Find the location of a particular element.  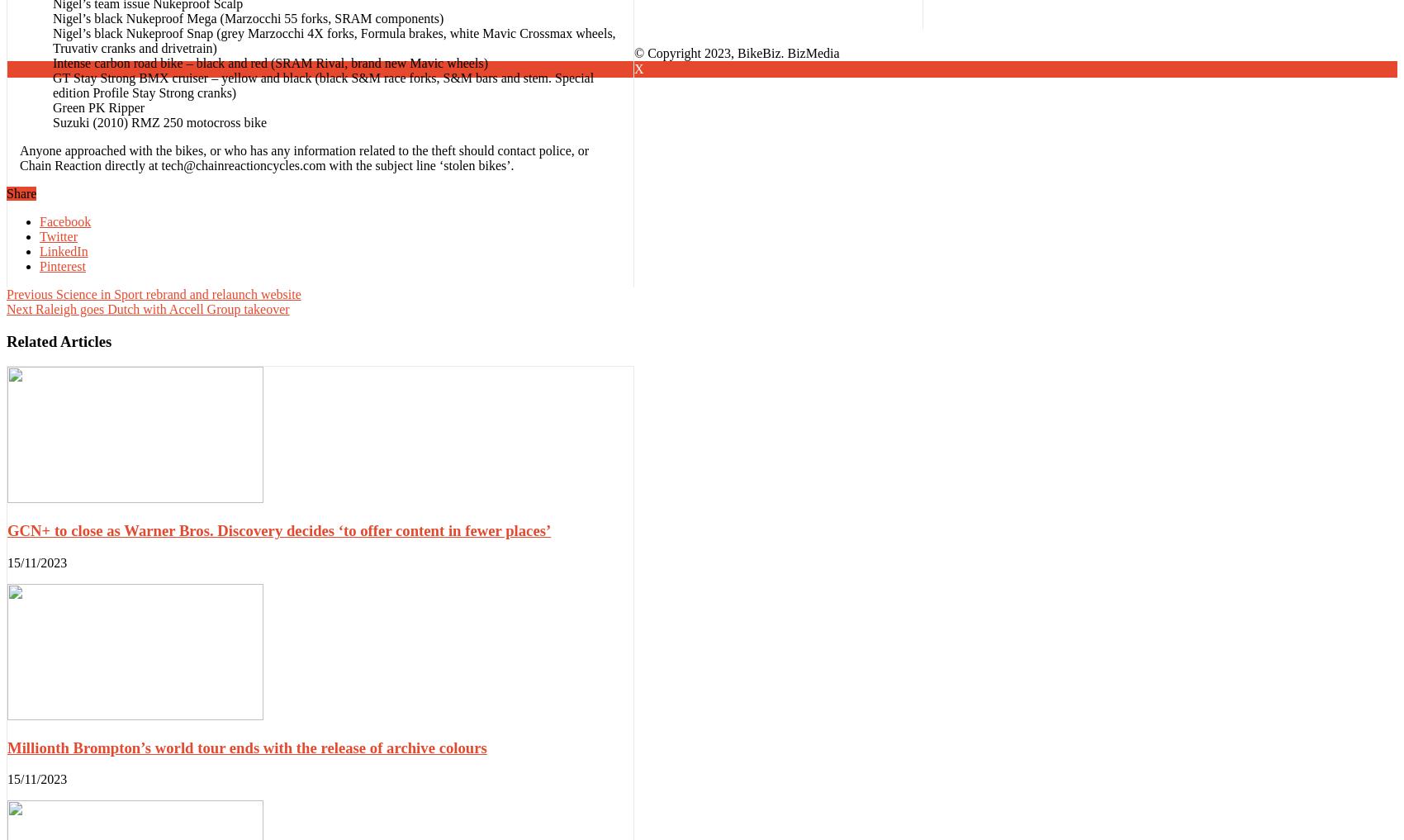

'Green PK Ripper' is located at coordinates (97, 106).